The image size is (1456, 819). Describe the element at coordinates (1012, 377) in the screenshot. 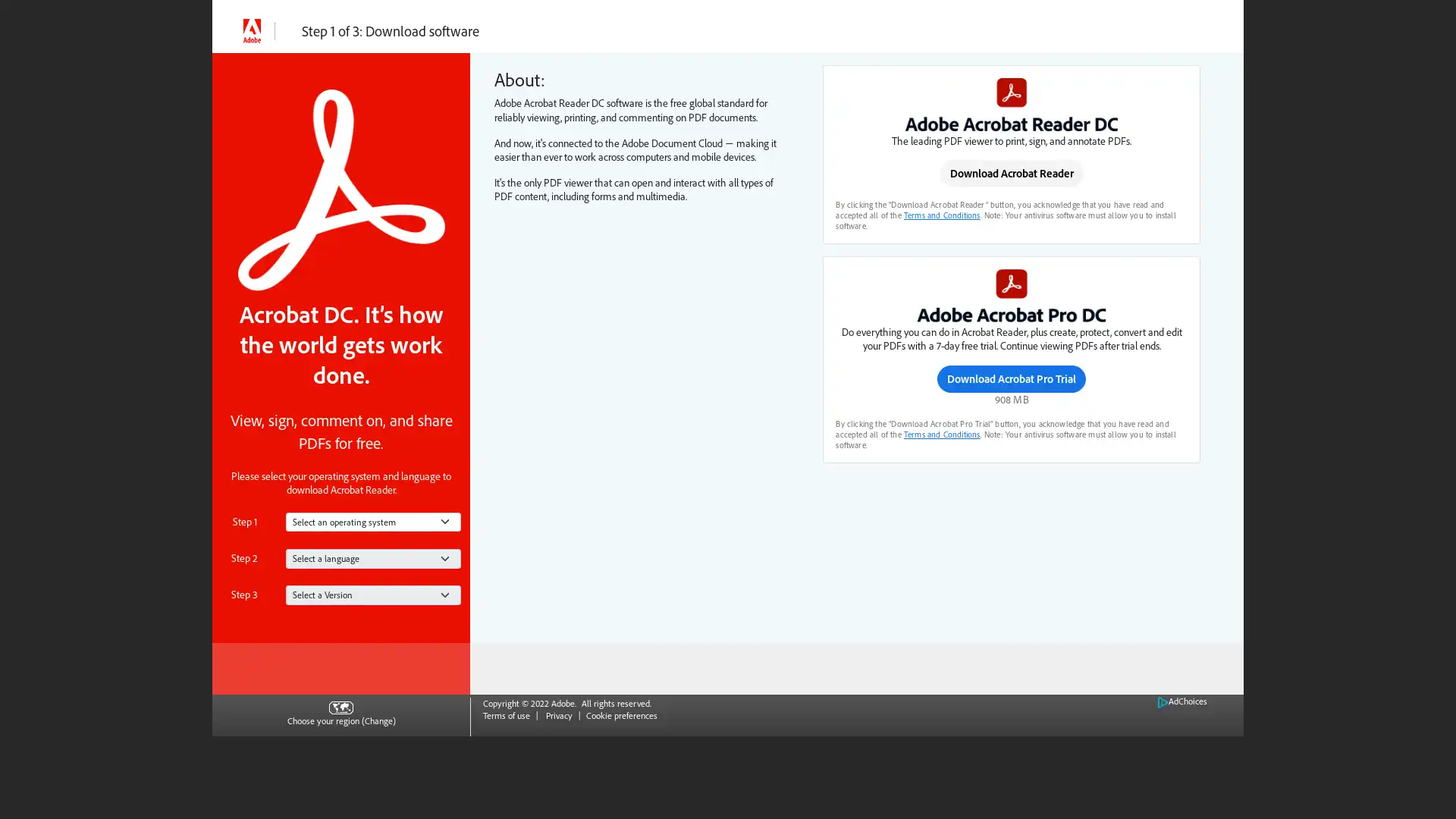

I see `Download Acrobat Pro Trial` at that location.